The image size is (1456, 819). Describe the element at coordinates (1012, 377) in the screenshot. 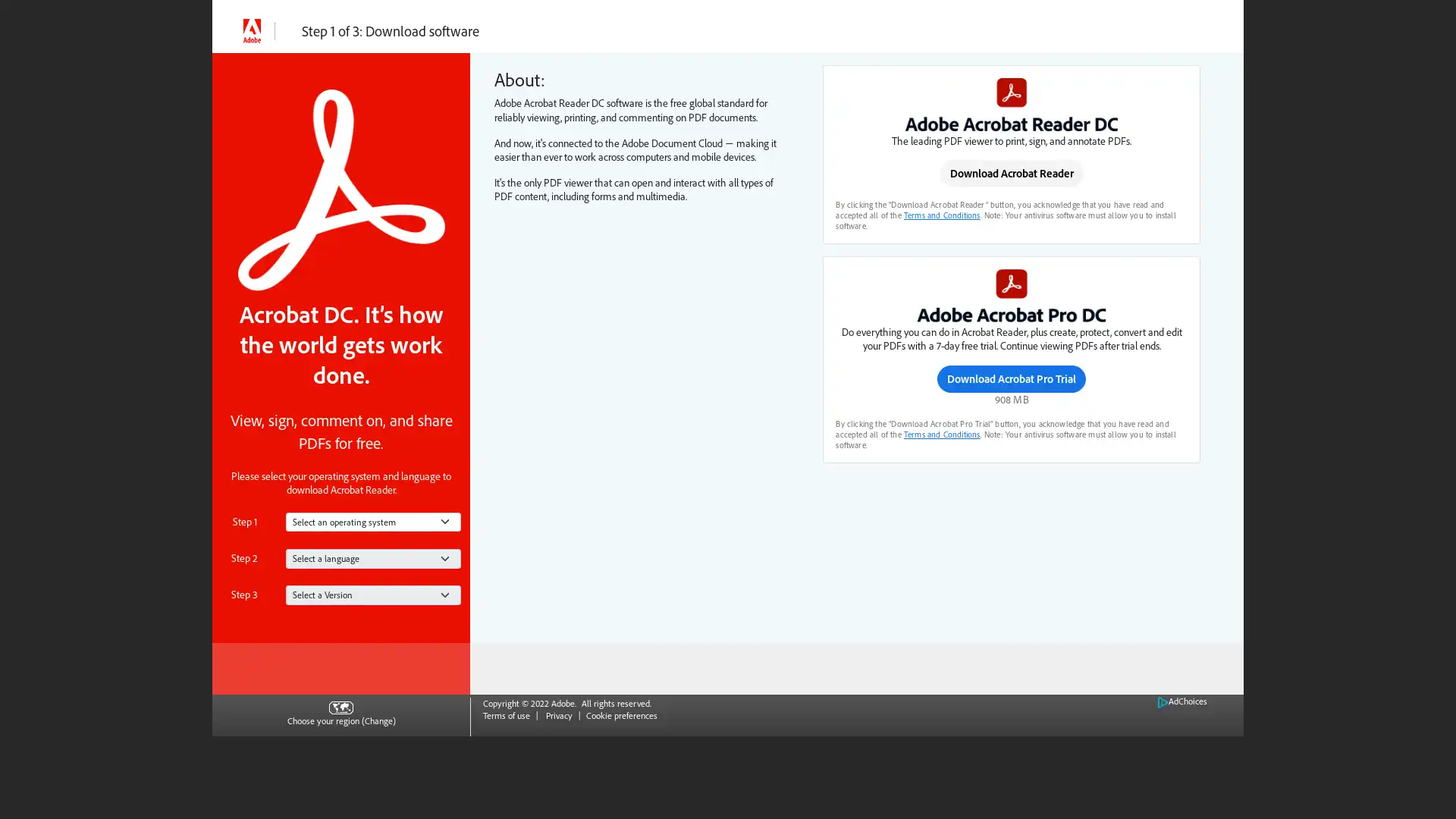

I see `Download Acrobat Pro Trial` at that location.